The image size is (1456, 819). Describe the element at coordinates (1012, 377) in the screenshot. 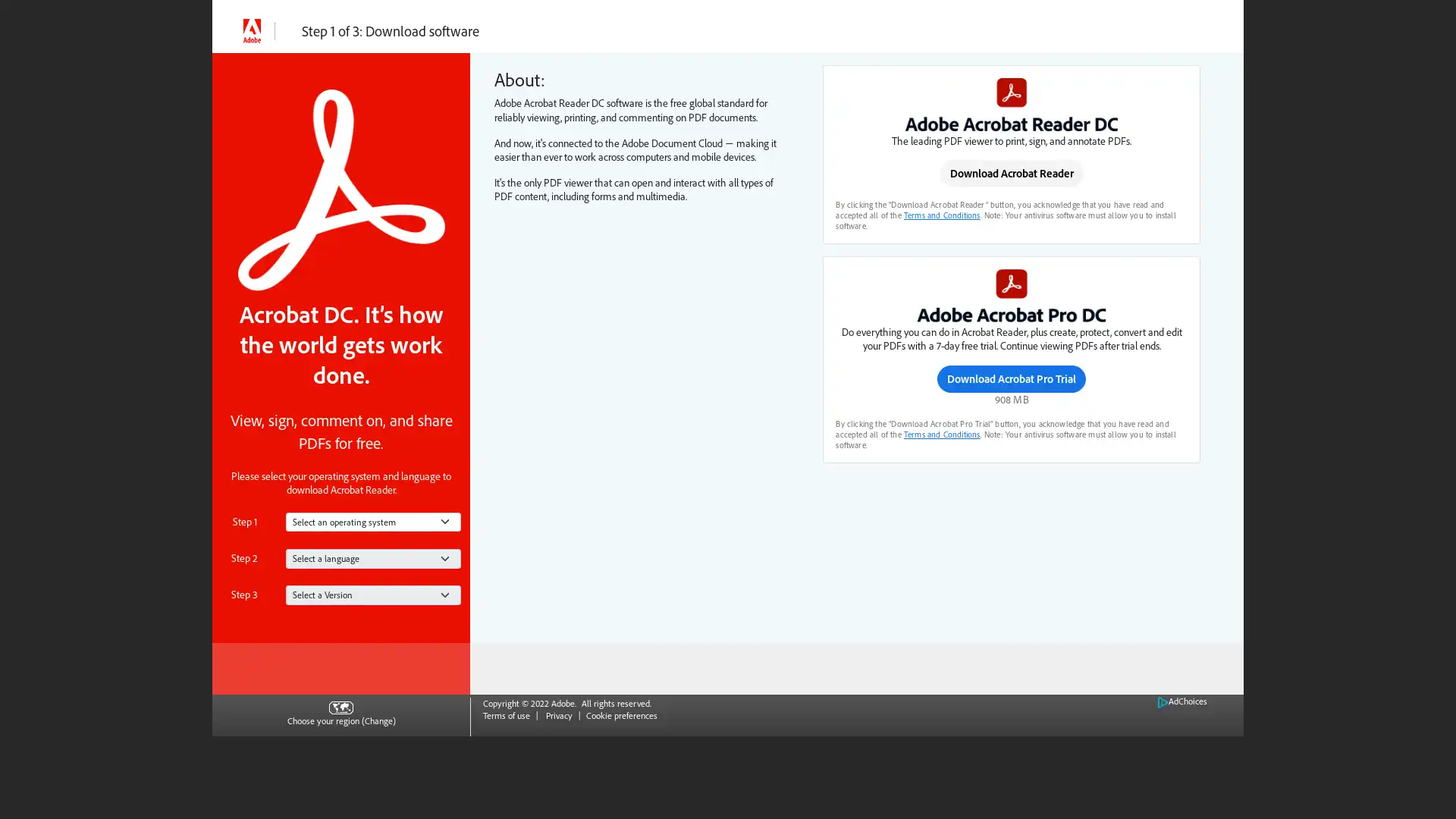

I see `Download Acrobat Pro Trial` at that location.